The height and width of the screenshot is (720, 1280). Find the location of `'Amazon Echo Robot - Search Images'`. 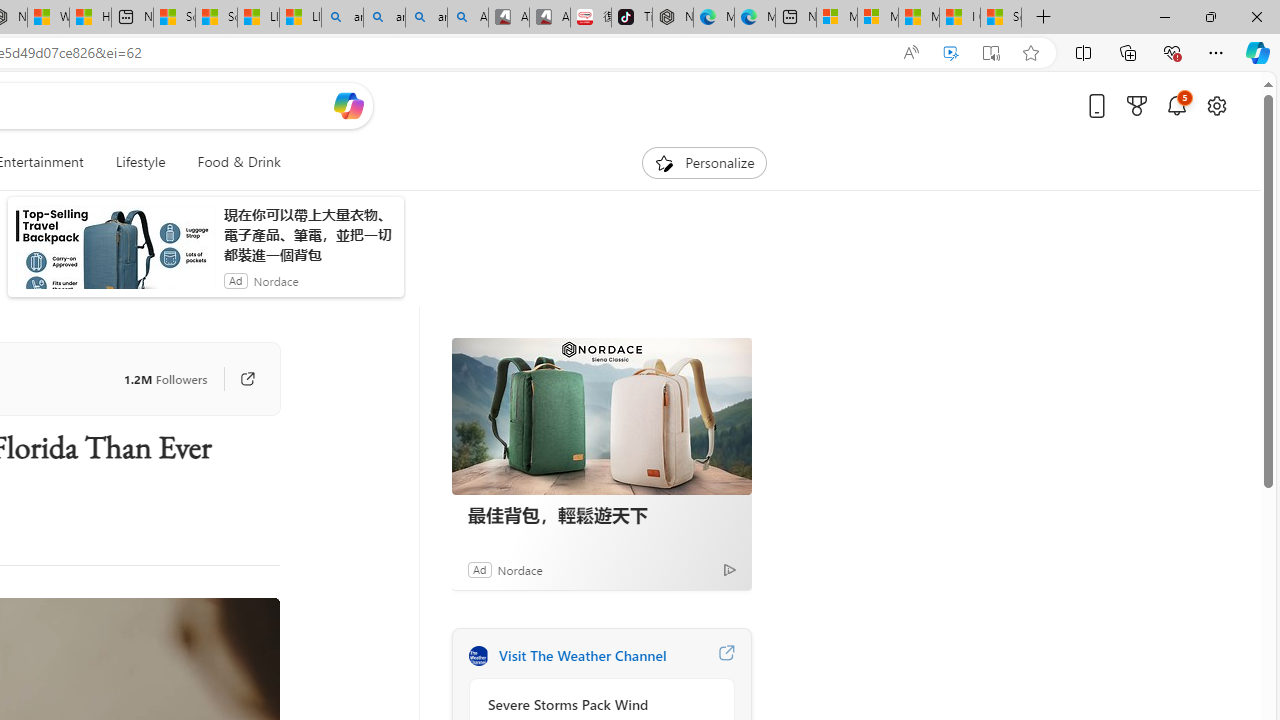

'Amazon Echo Robot - Search Images' is located at coordinates (466, 17).